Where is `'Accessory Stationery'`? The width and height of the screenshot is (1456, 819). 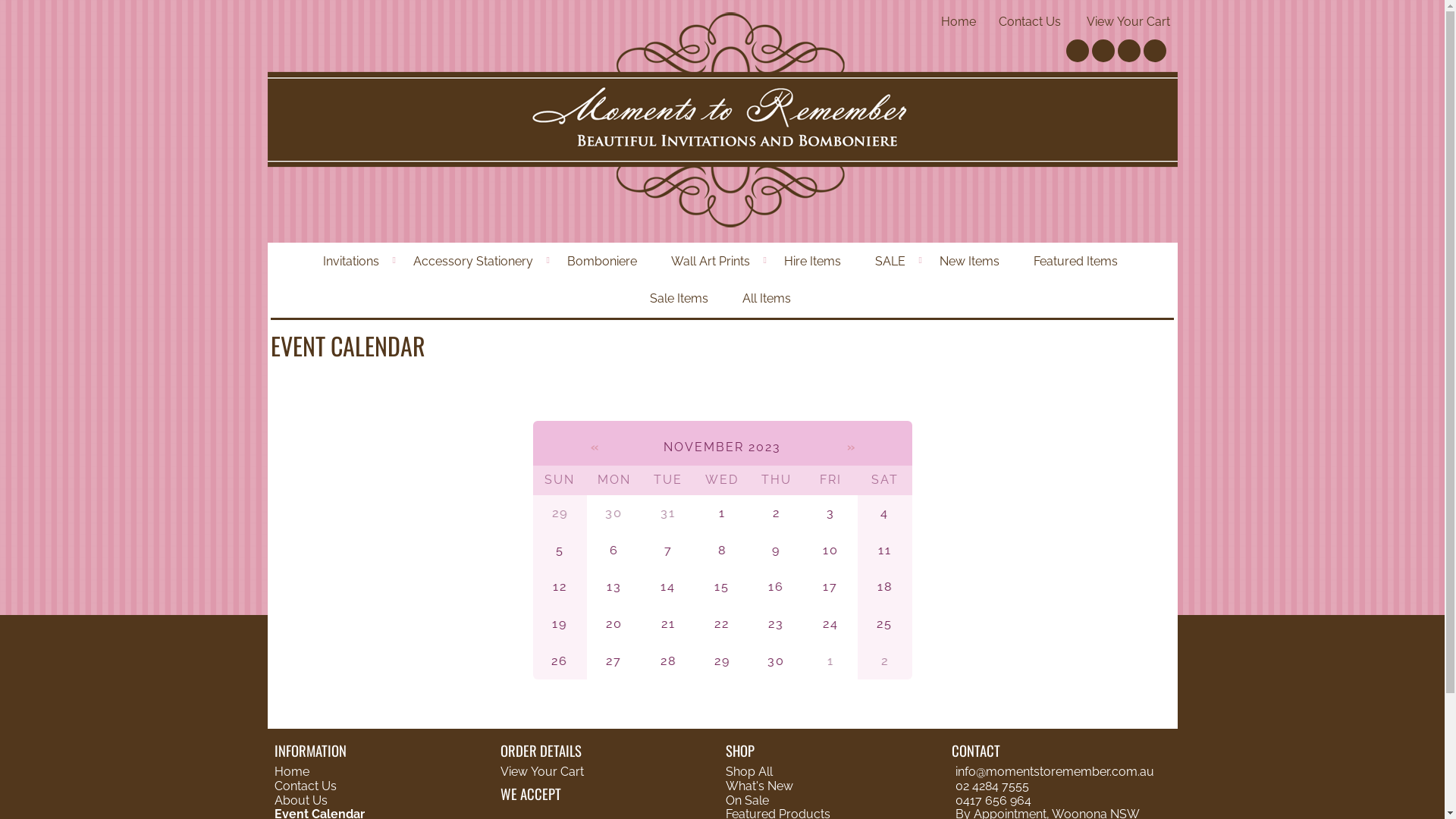
'Accessory Stationery' is located at coordinates (474, 261).